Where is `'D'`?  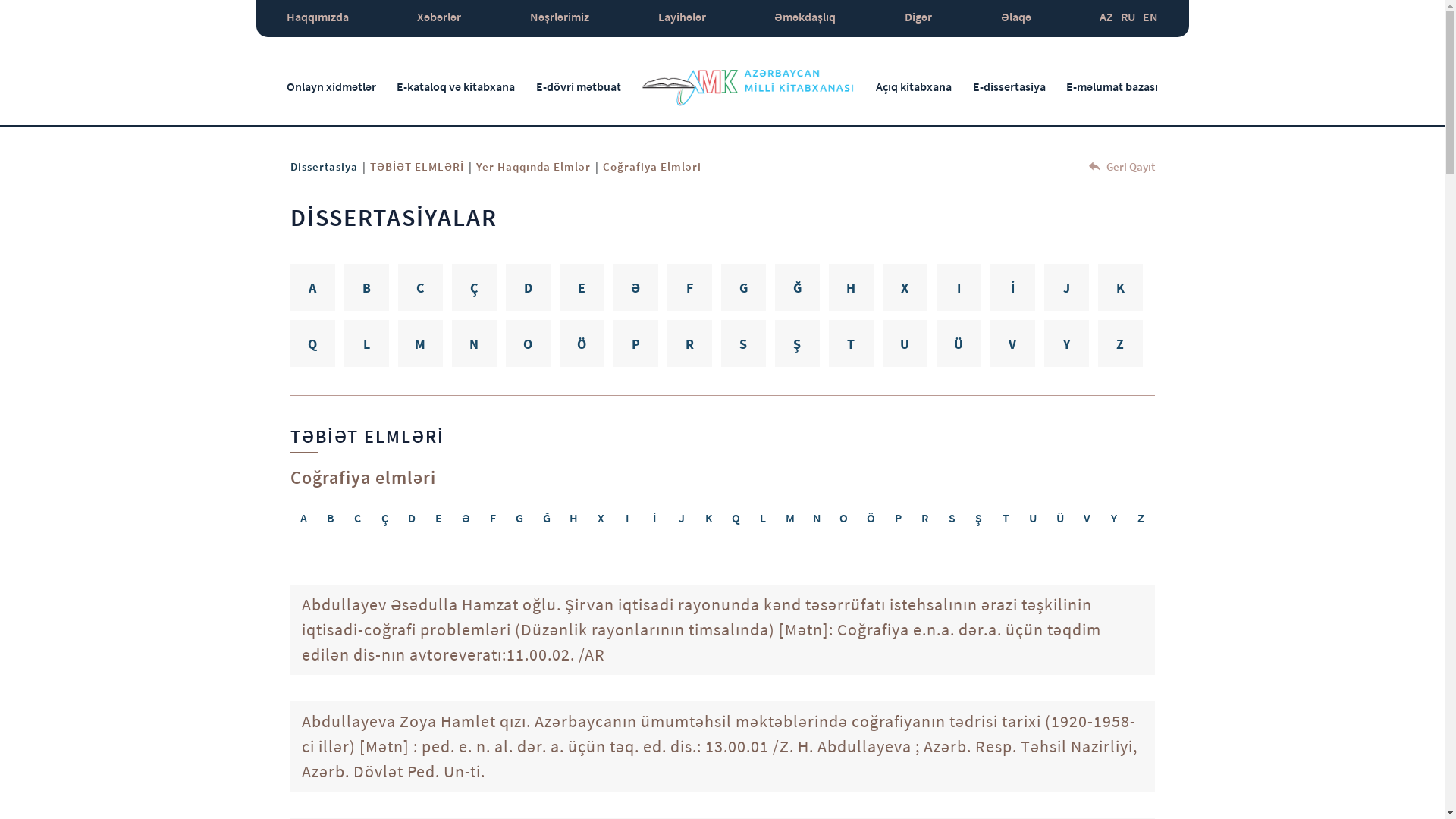 'D' is located at coordinates (527, 287).